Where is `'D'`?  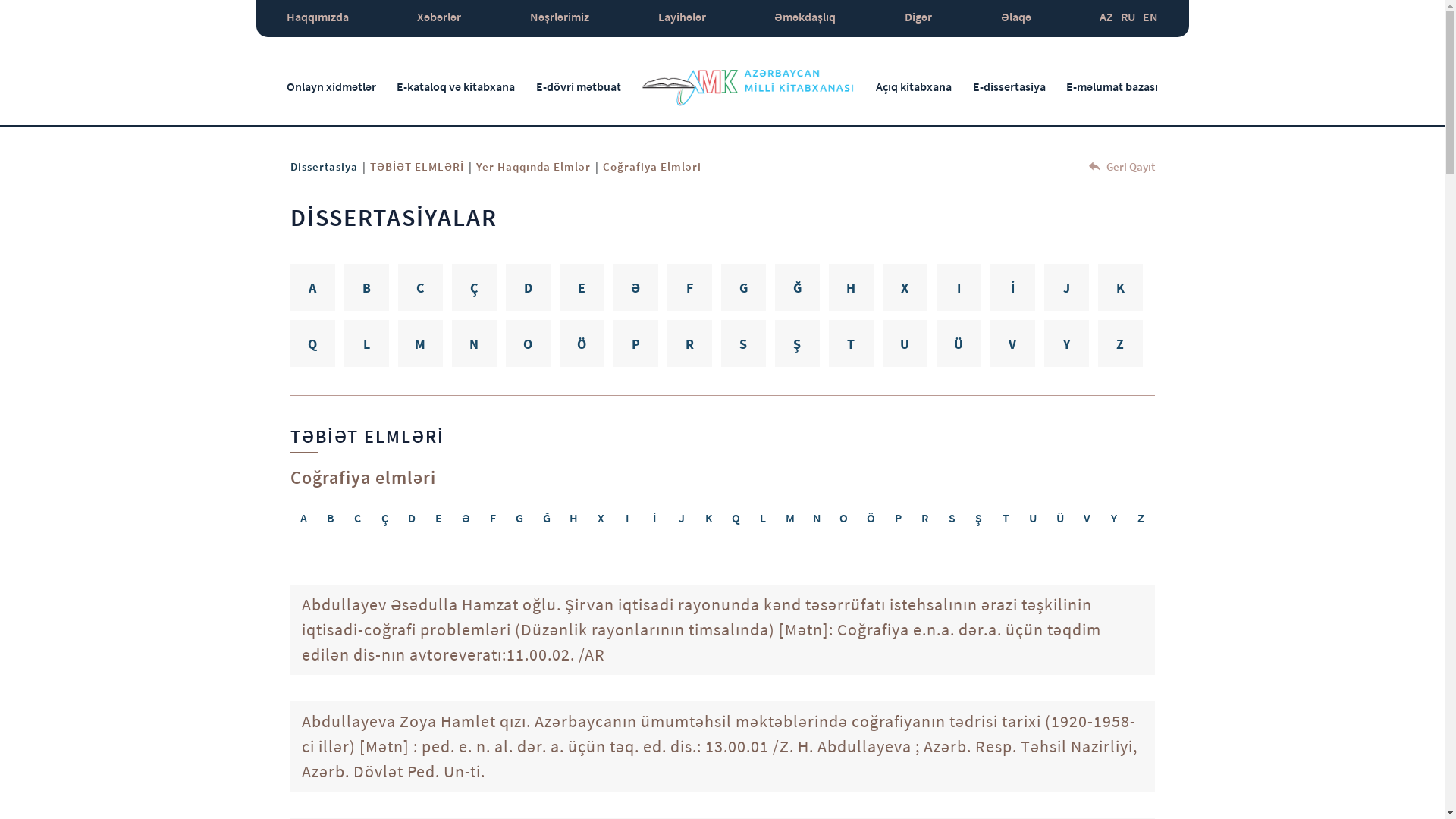 'D' is located at coordinates (527, 287).